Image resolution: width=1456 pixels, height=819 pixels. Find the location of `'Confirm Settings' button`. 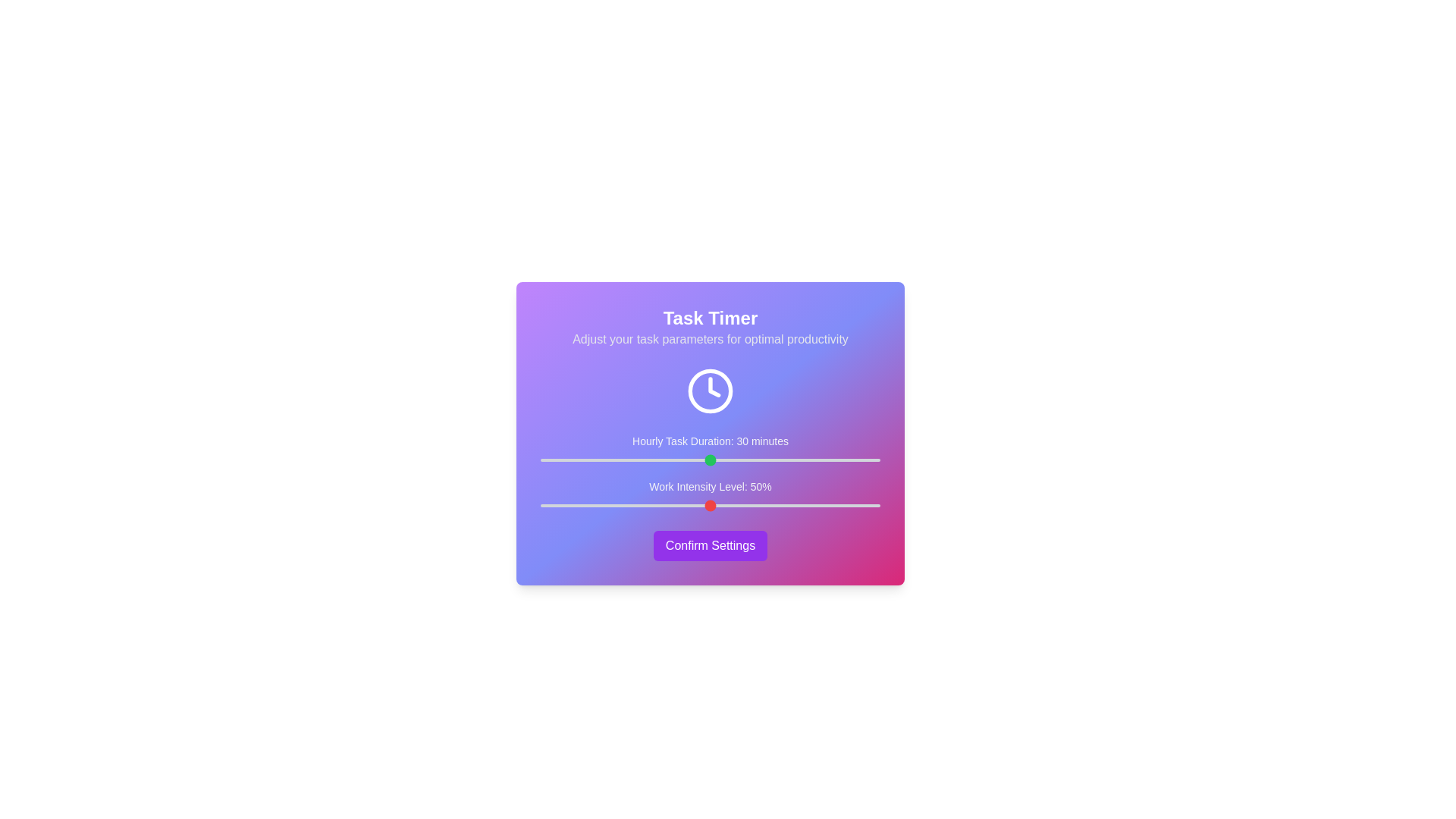

'Confirm Settings' button is located at coordinates (709, 546).